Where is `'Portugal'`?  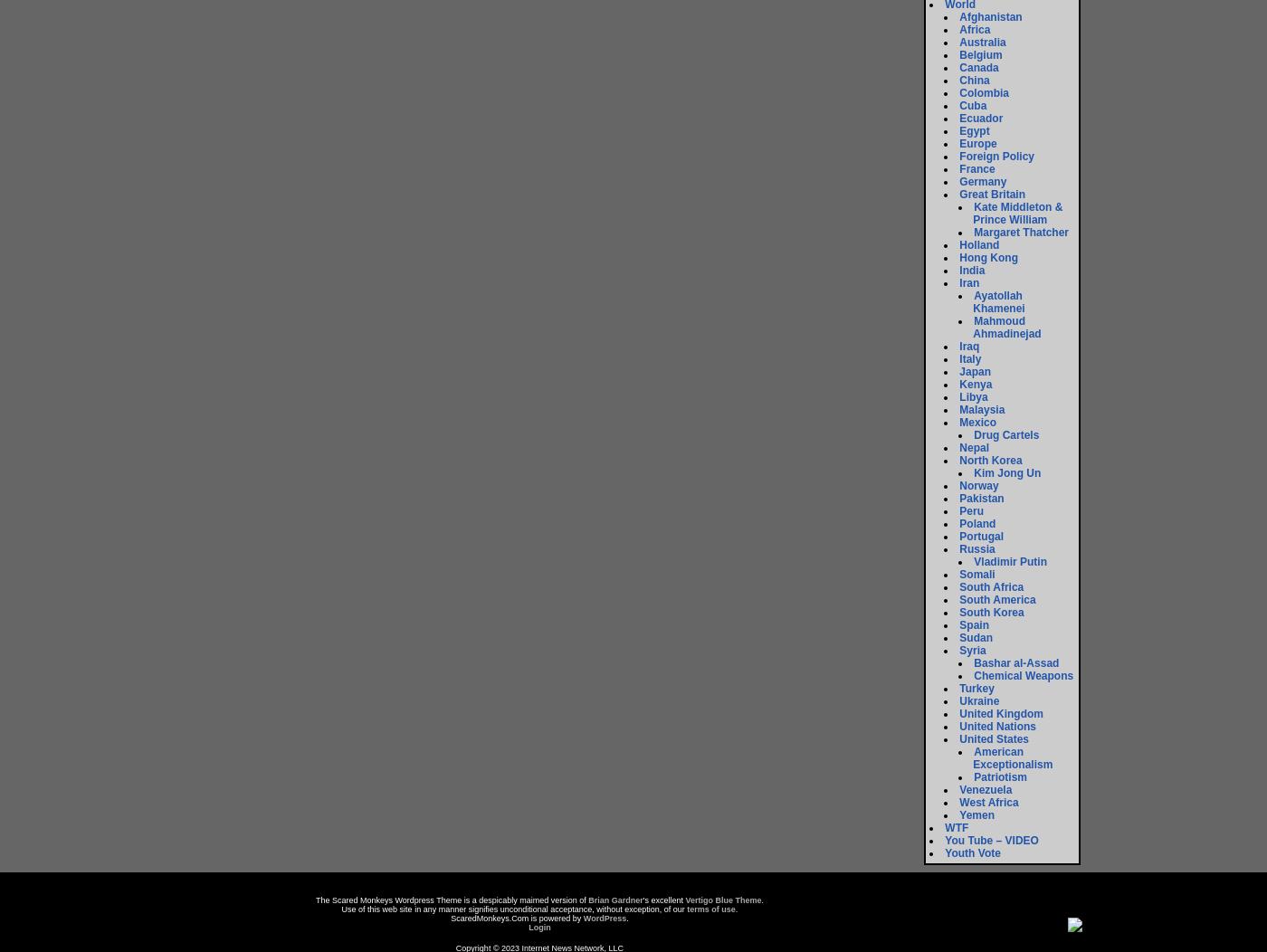
'Portugal' is located at coordinates (958, 536).